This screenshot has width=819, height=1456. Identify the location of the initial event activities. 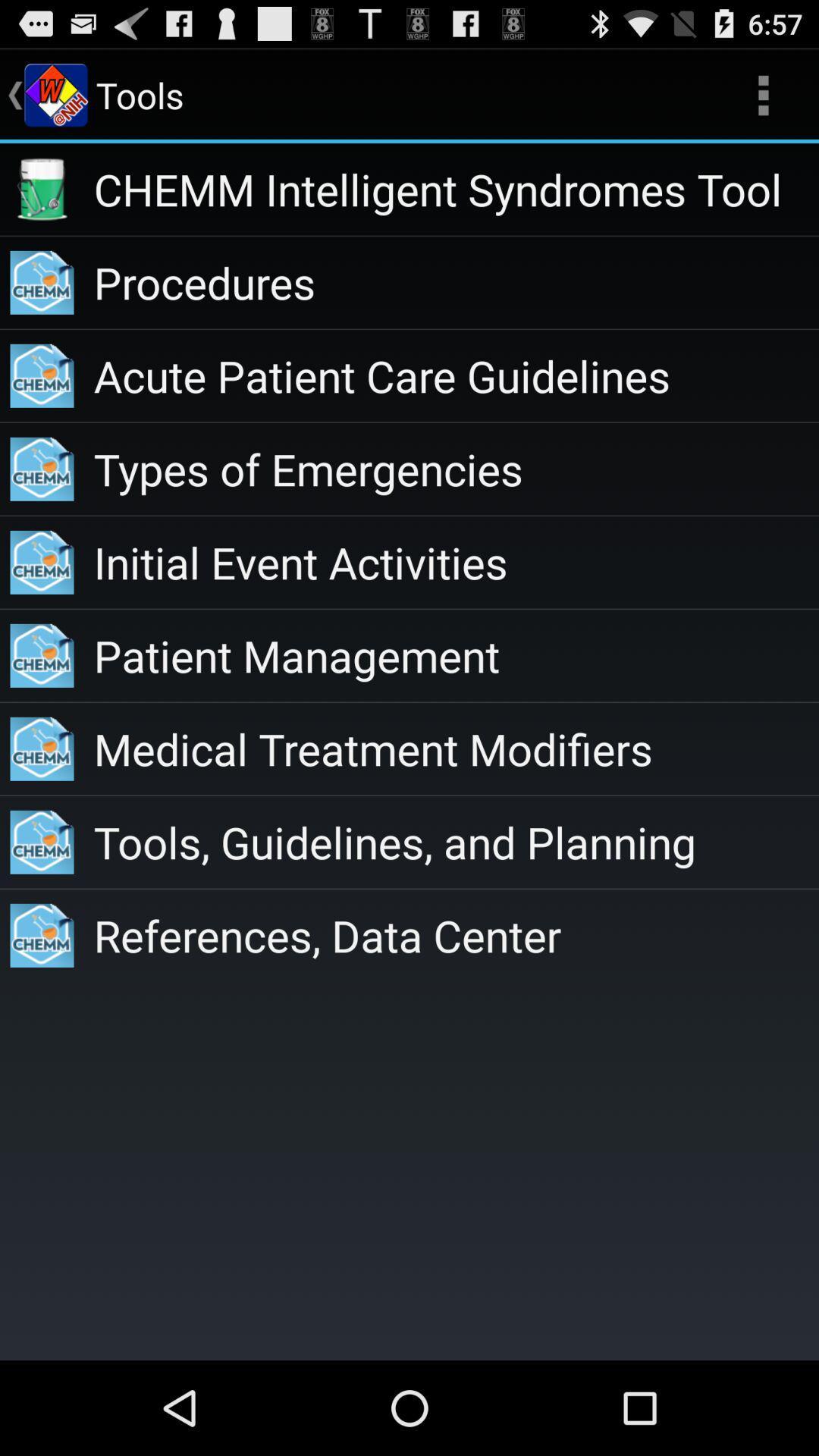
(455, 561).